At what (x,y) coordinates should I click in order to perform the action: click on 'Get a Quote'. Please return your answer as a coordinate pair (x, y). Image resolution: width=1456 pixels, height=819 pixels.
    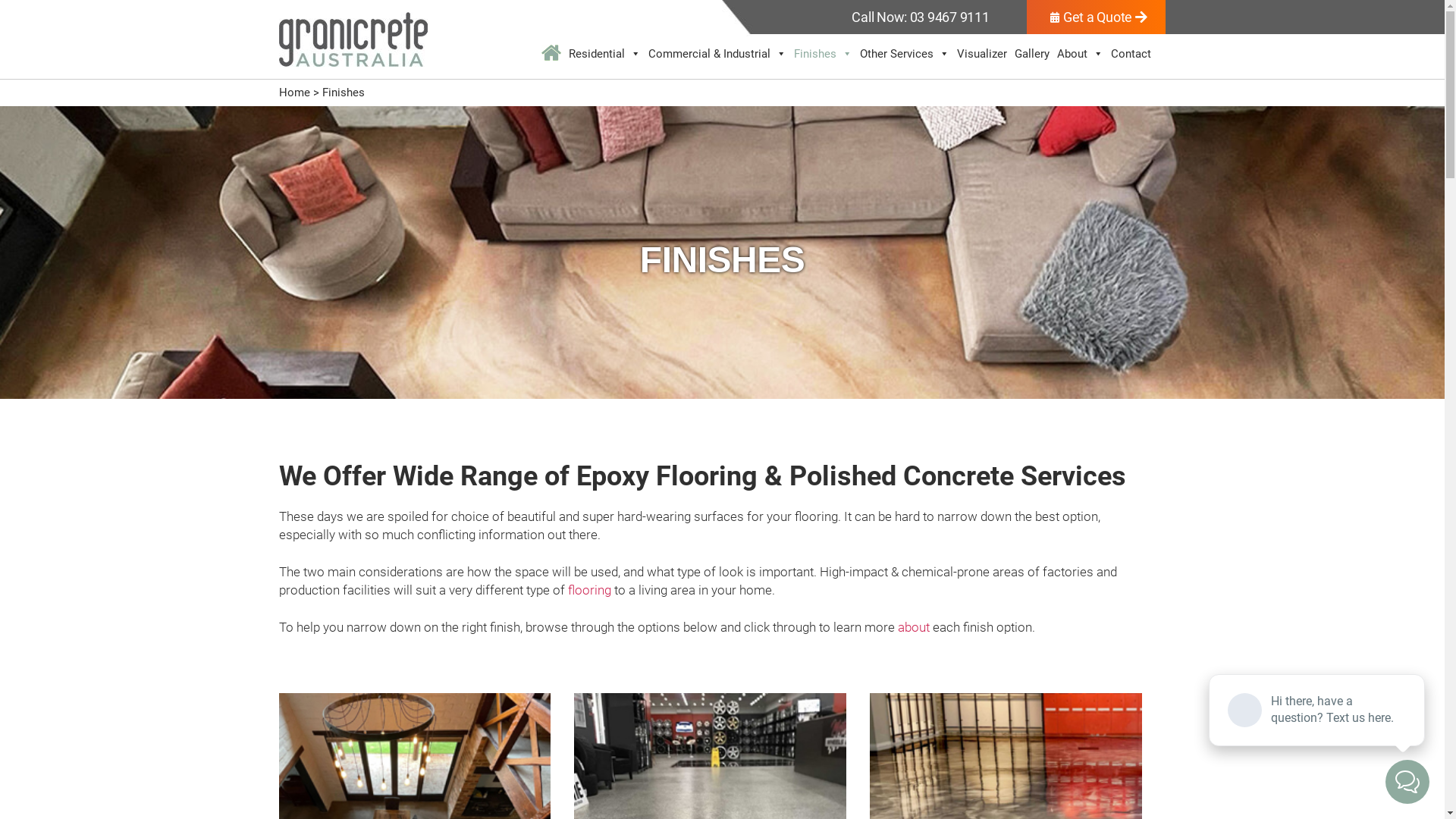
    Looking at the image, I should click on (1096, 17).